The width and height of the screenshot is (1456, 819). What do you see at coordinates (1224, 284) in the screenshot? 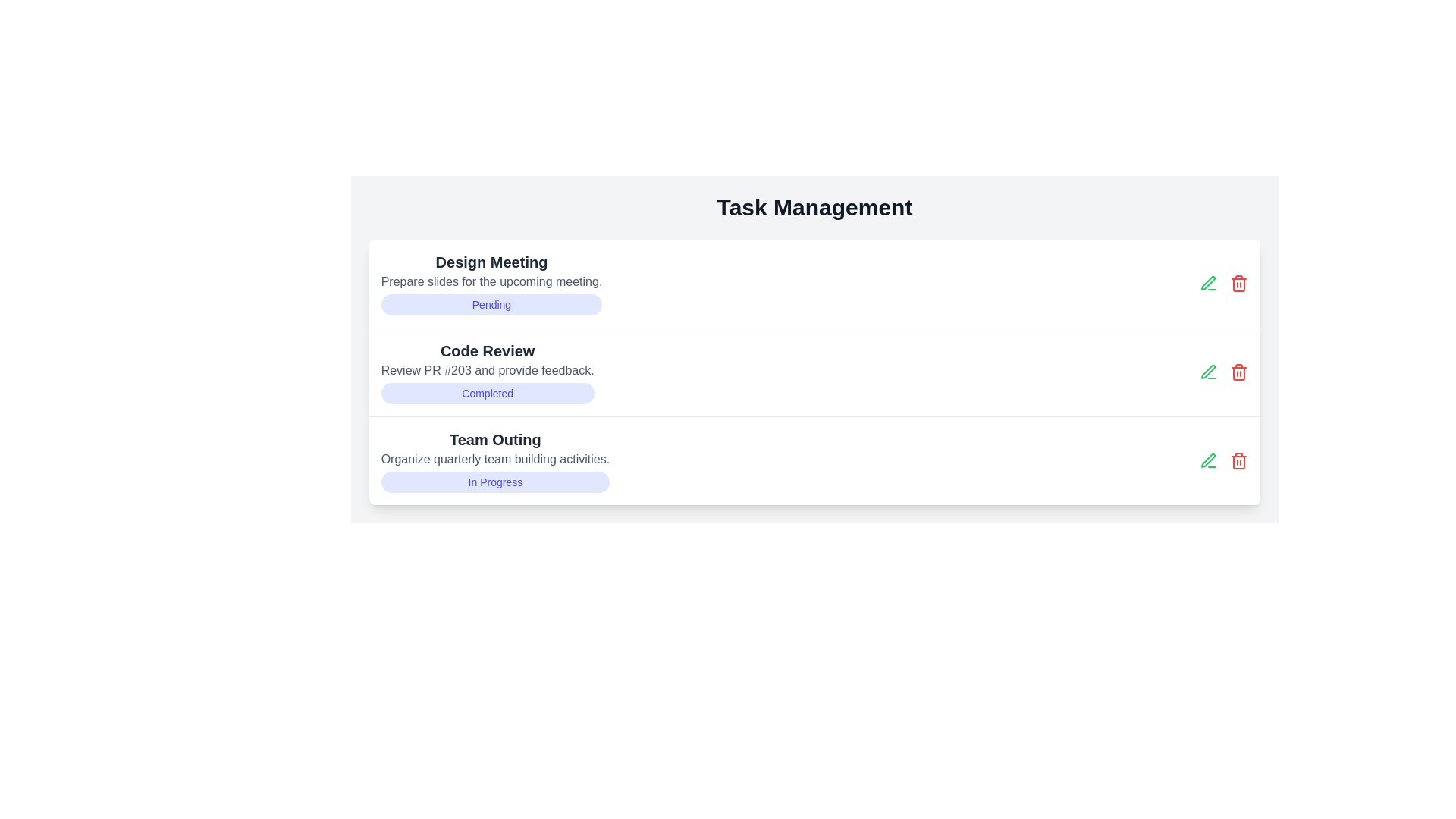
I see `the icon group containing action buttons for editing or deleting tasks, located at the far right of the 'Design Meeting' row` at bounding box center [1224, 284].